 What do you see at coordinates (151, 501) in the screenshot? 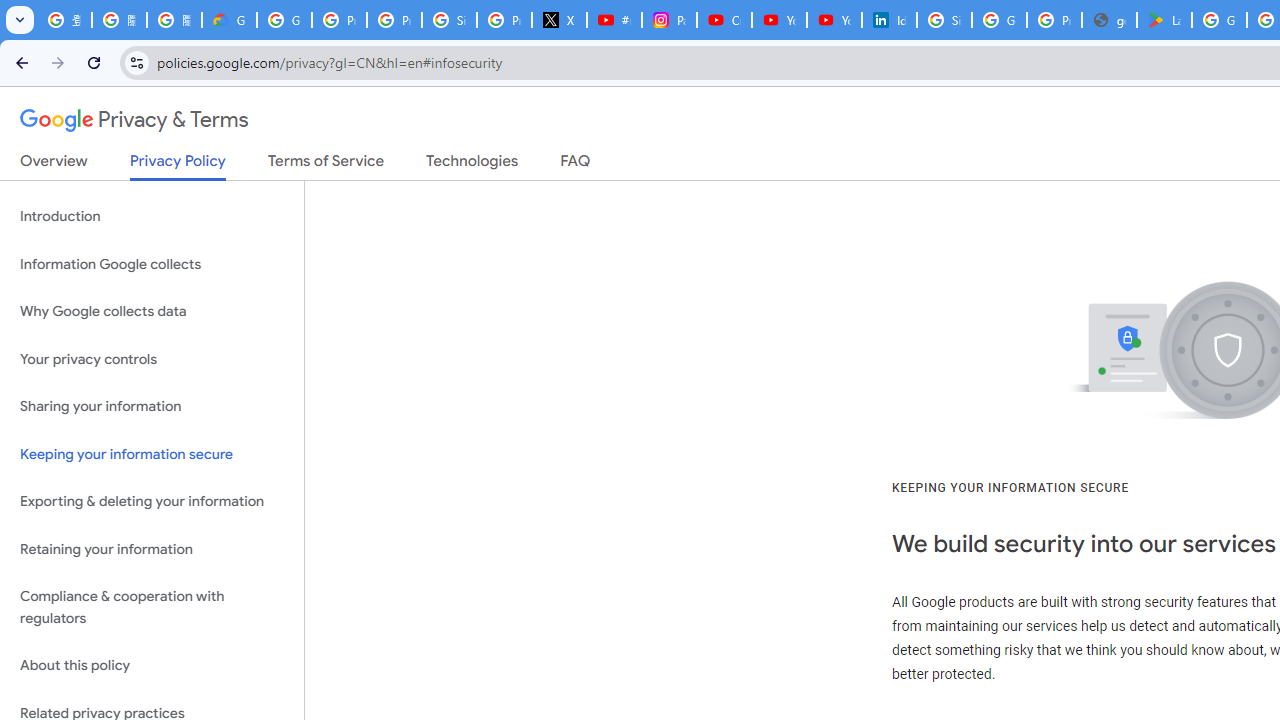
I see `'Exporting & deleting your information'` at bounding box center [151, 501].